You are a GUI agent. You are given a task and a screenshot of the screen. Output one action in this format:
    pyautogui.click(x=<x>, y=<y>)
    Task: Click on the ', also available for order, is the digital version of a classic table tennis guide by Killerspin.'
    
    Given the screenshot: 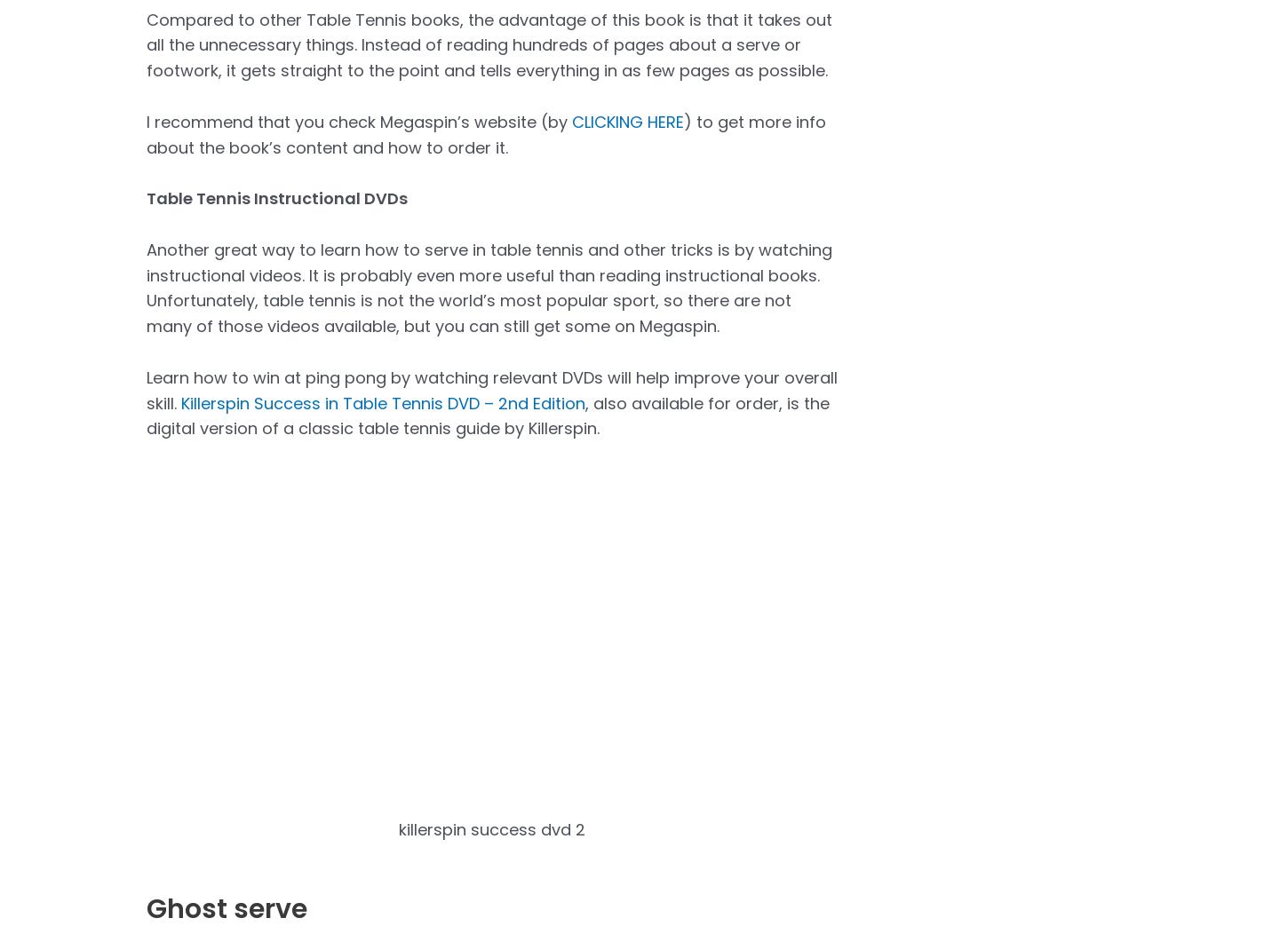 What is the action you would take?
    pyautogui.click(x=488, y=416)
    